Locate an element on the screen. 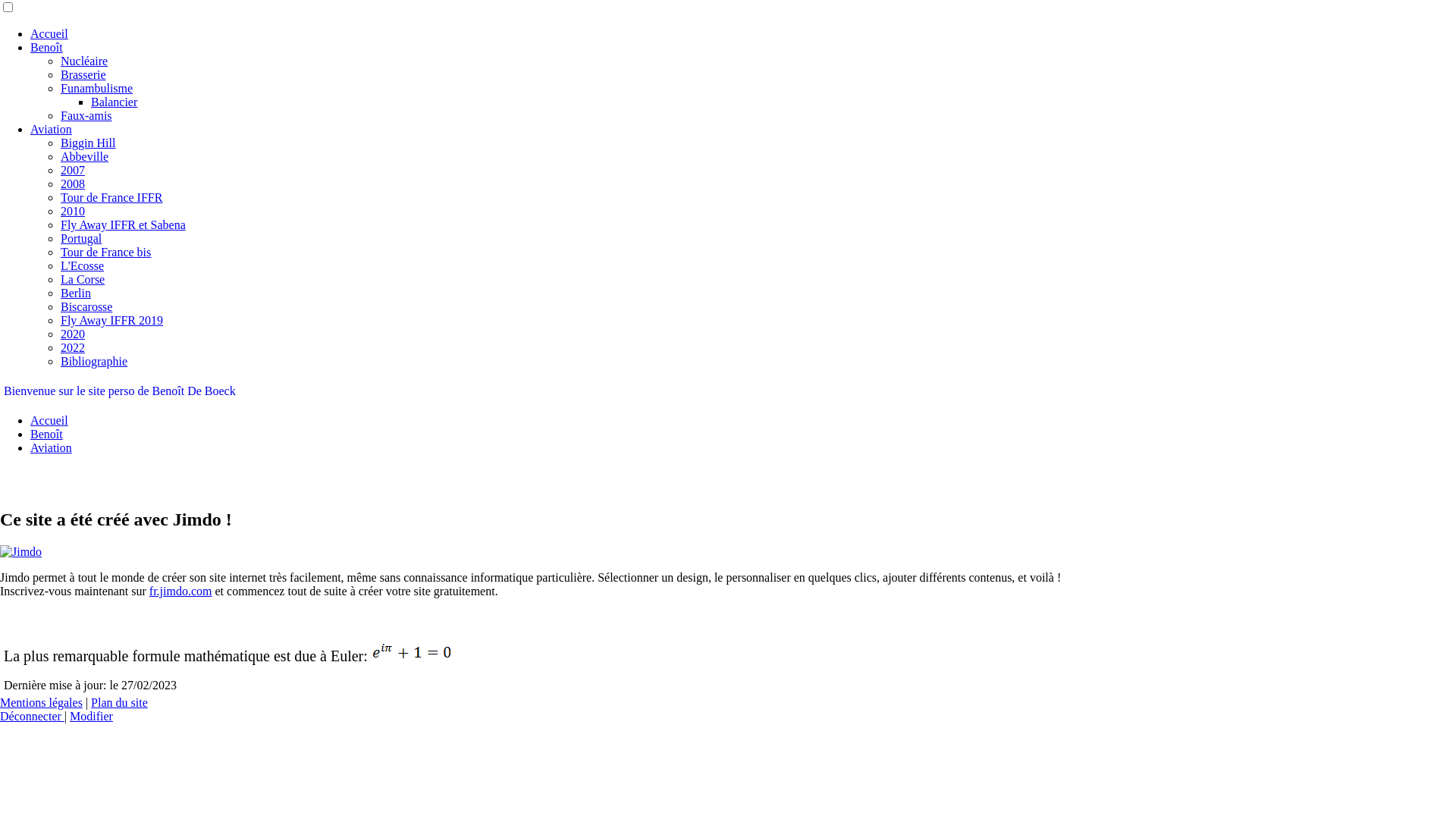 This screenshot has width=1456, height=819. 'Funambulisme' is located at coordinates (96, 88).